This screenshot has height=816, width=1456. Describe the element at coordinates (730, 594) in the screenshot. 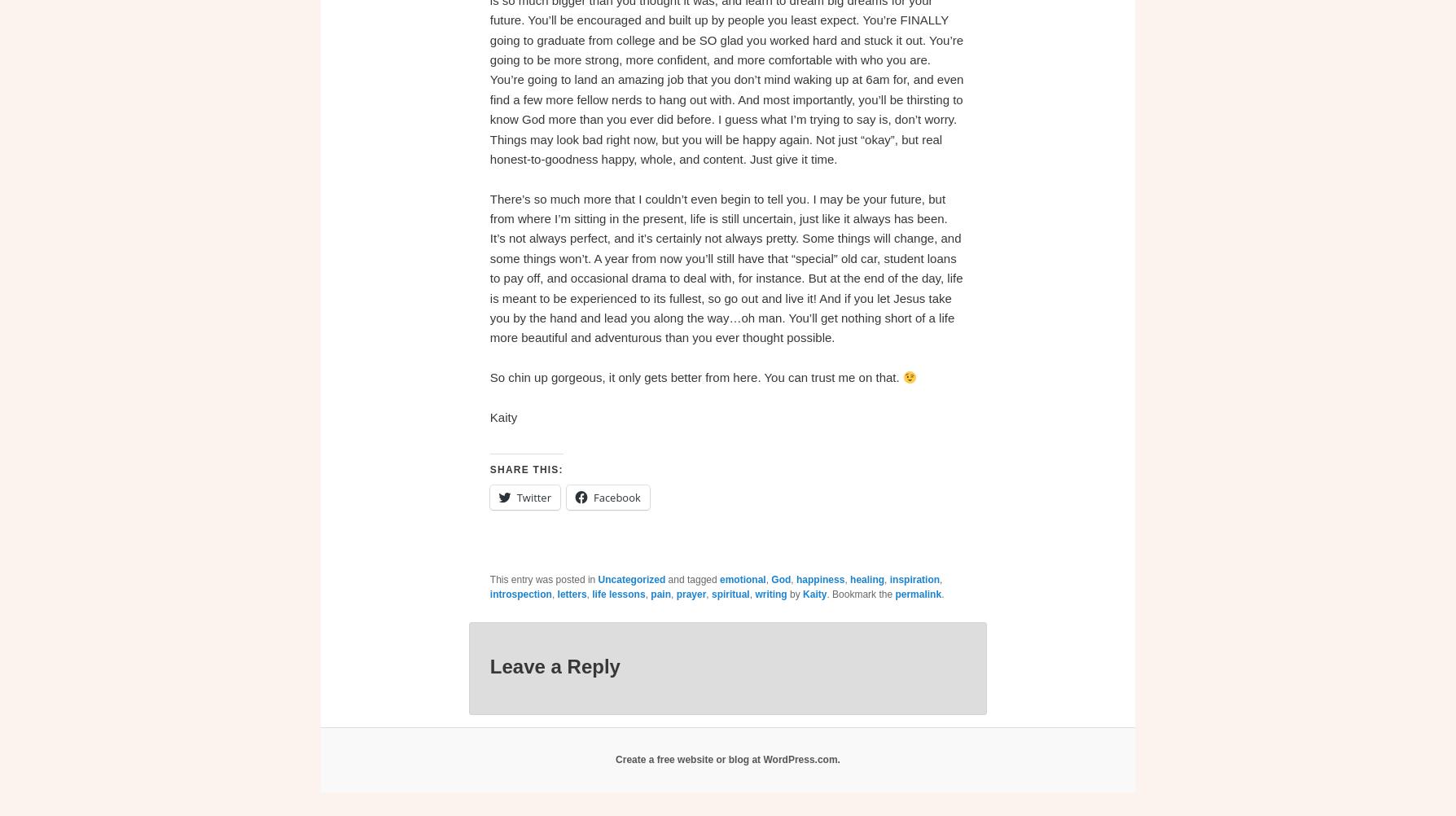

I see `'spiritual'` at that location.